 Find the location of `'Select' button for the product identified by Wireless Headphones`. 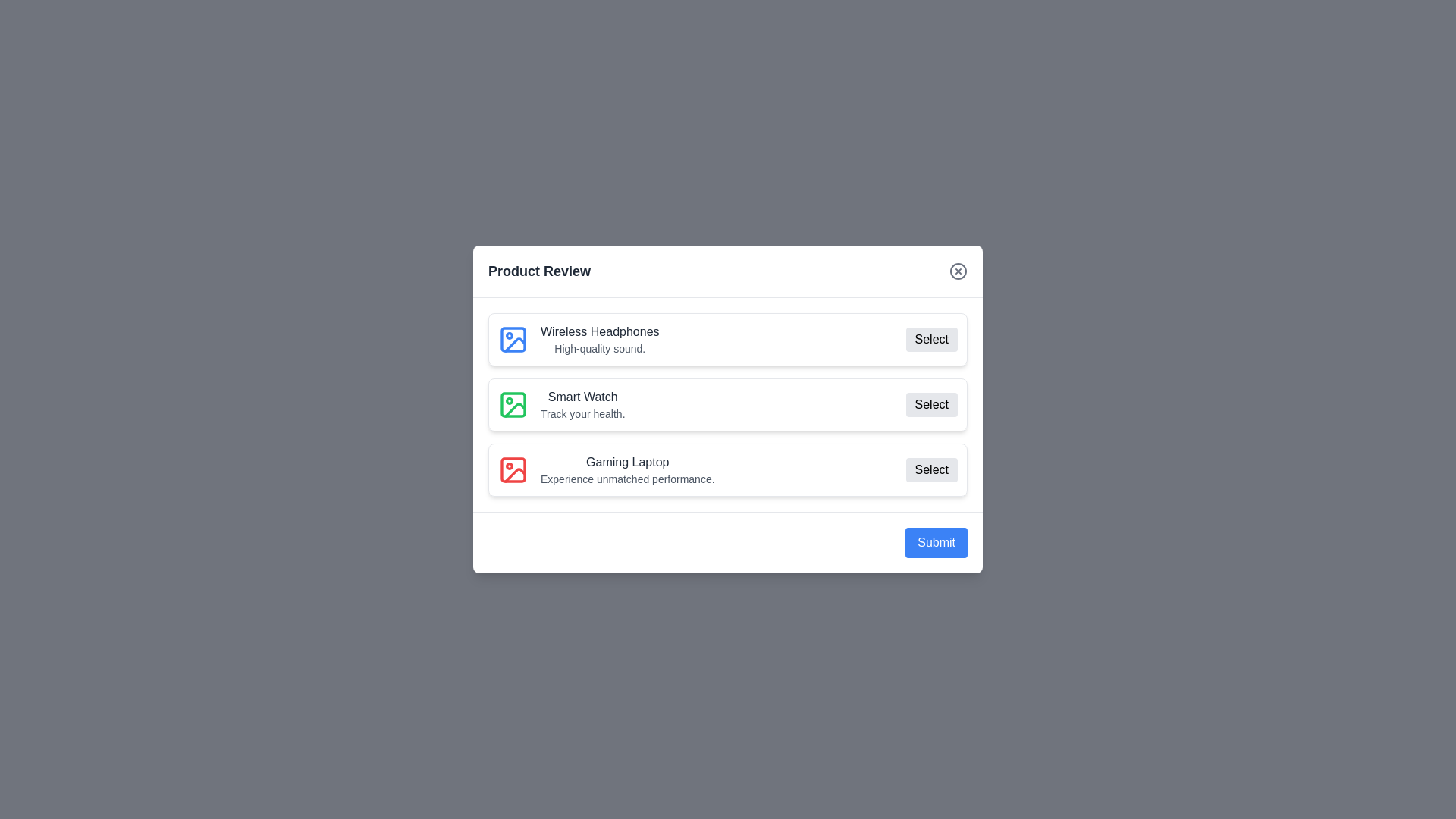

'Select' button for the product identified by Wireless Headphones is located at coordinates (930, 338).